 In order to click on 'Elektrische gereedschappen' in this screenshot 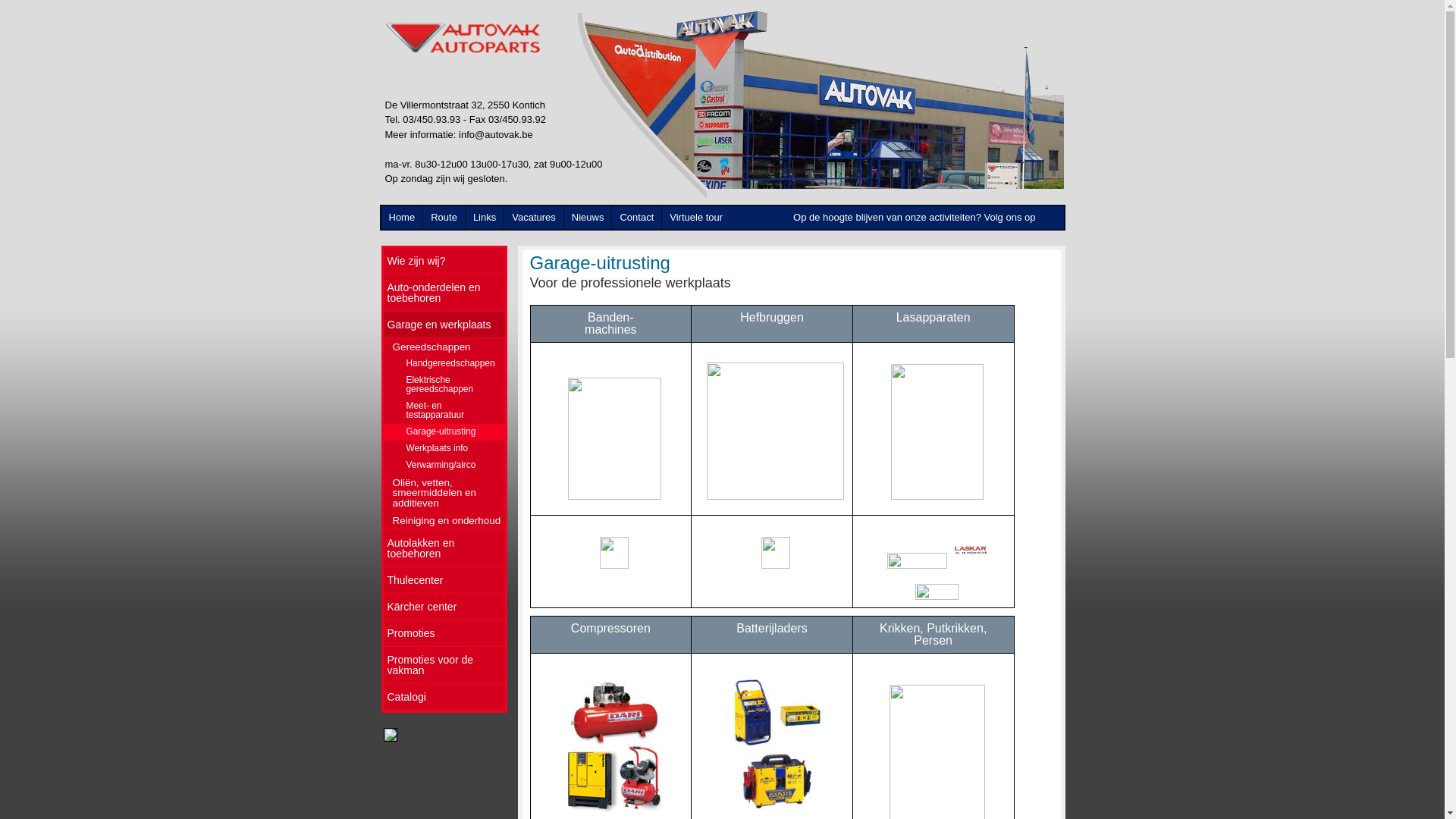, I will do `click(443, 384)`.